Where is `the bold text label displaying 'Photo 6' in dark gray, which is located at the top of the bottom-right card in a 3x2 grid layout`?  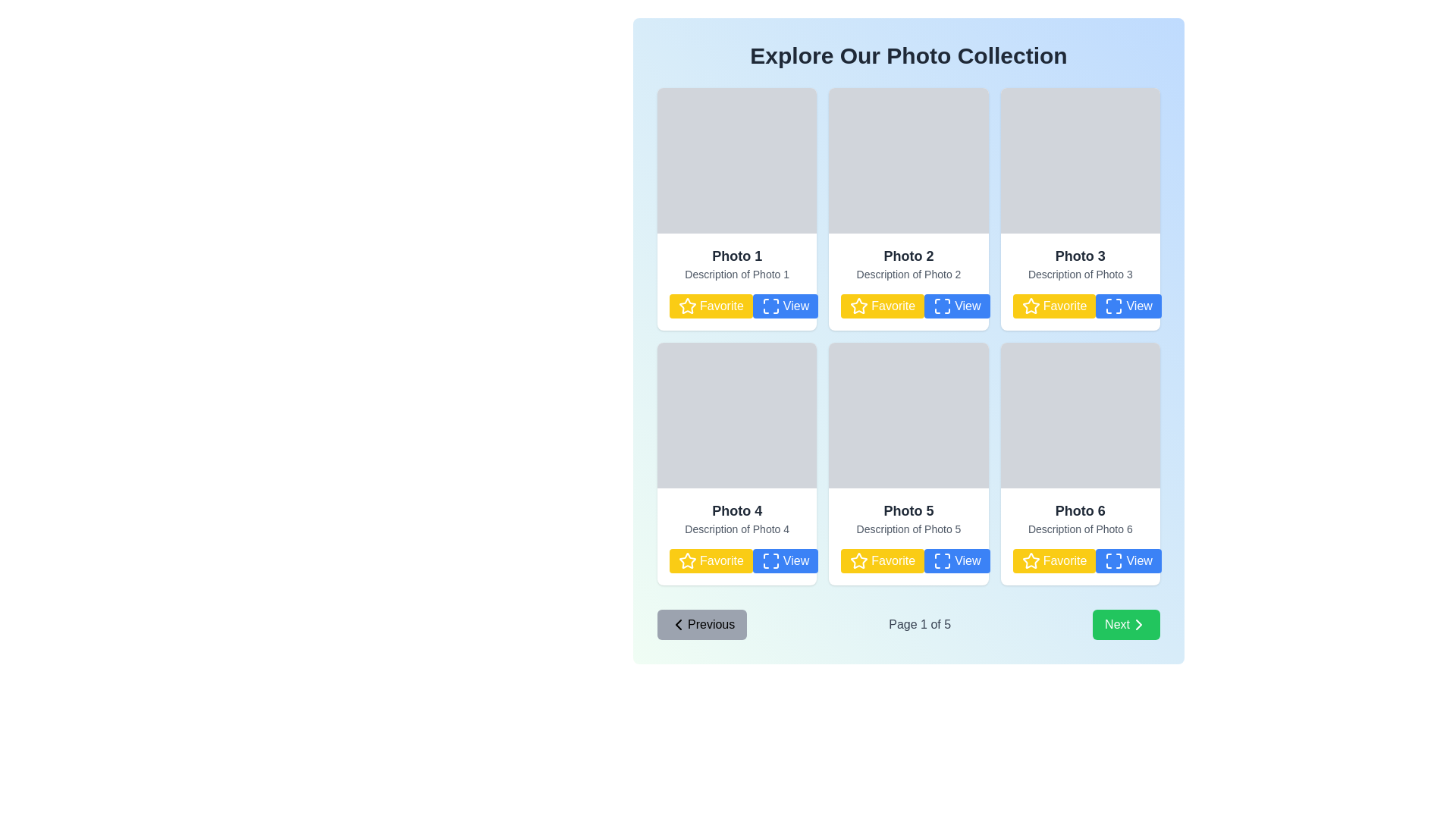
the bold text label displaying 'Photo 6' in dark gray, which is located at the top of the bottom-right card in a 3x2 grid layout is located at coordinates (1079, 511).